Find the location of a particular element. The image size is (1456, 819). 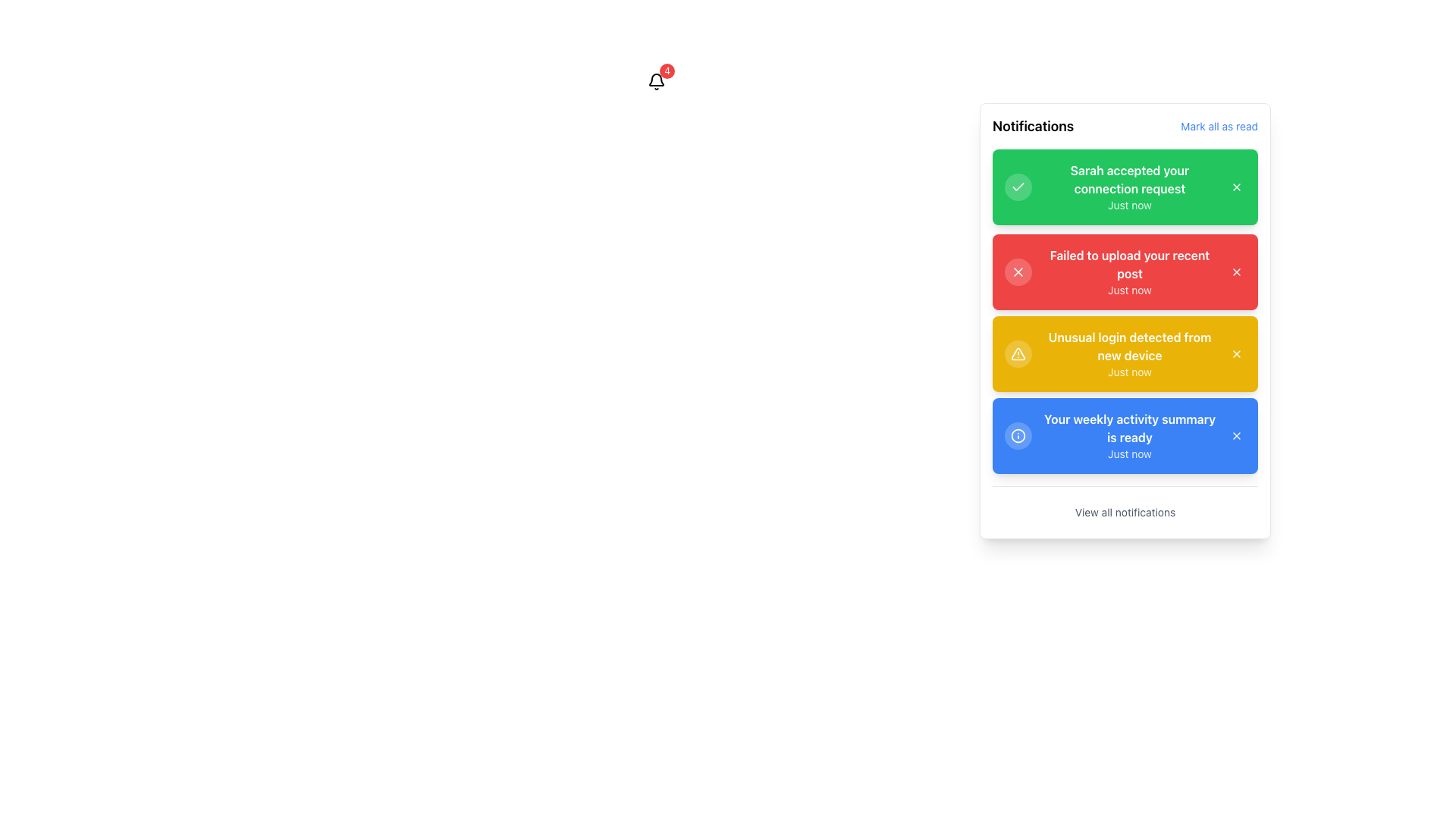

the dismiss button located at the far right edge of the topmost notification card is located at coordinates (1237, 186).